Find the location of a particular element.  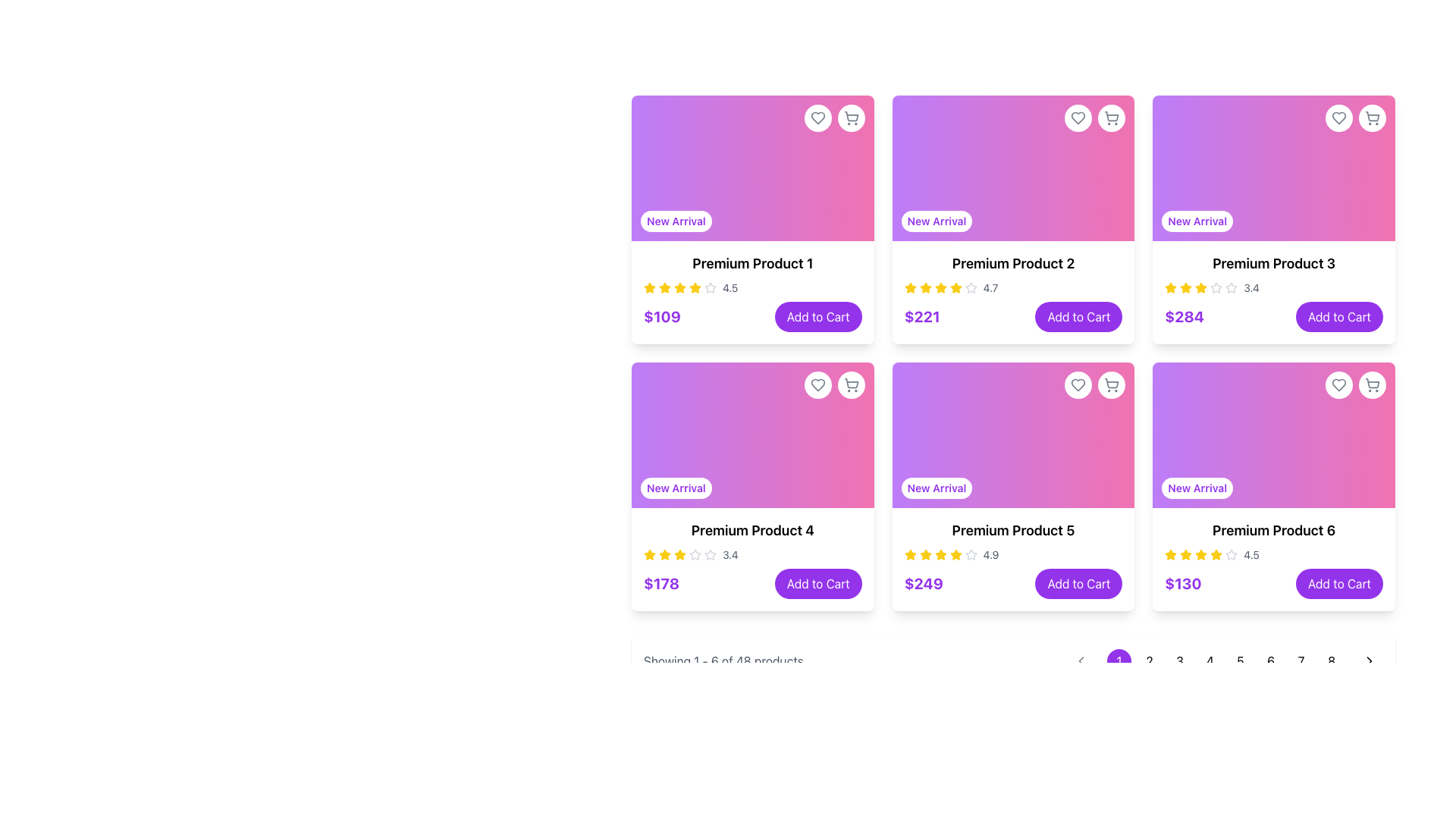

the heart-shaped icon outlined in gray in the top-right corner of the 'Premium Product 1' card to mark it as a favorite is located at coordinates (817, 384).